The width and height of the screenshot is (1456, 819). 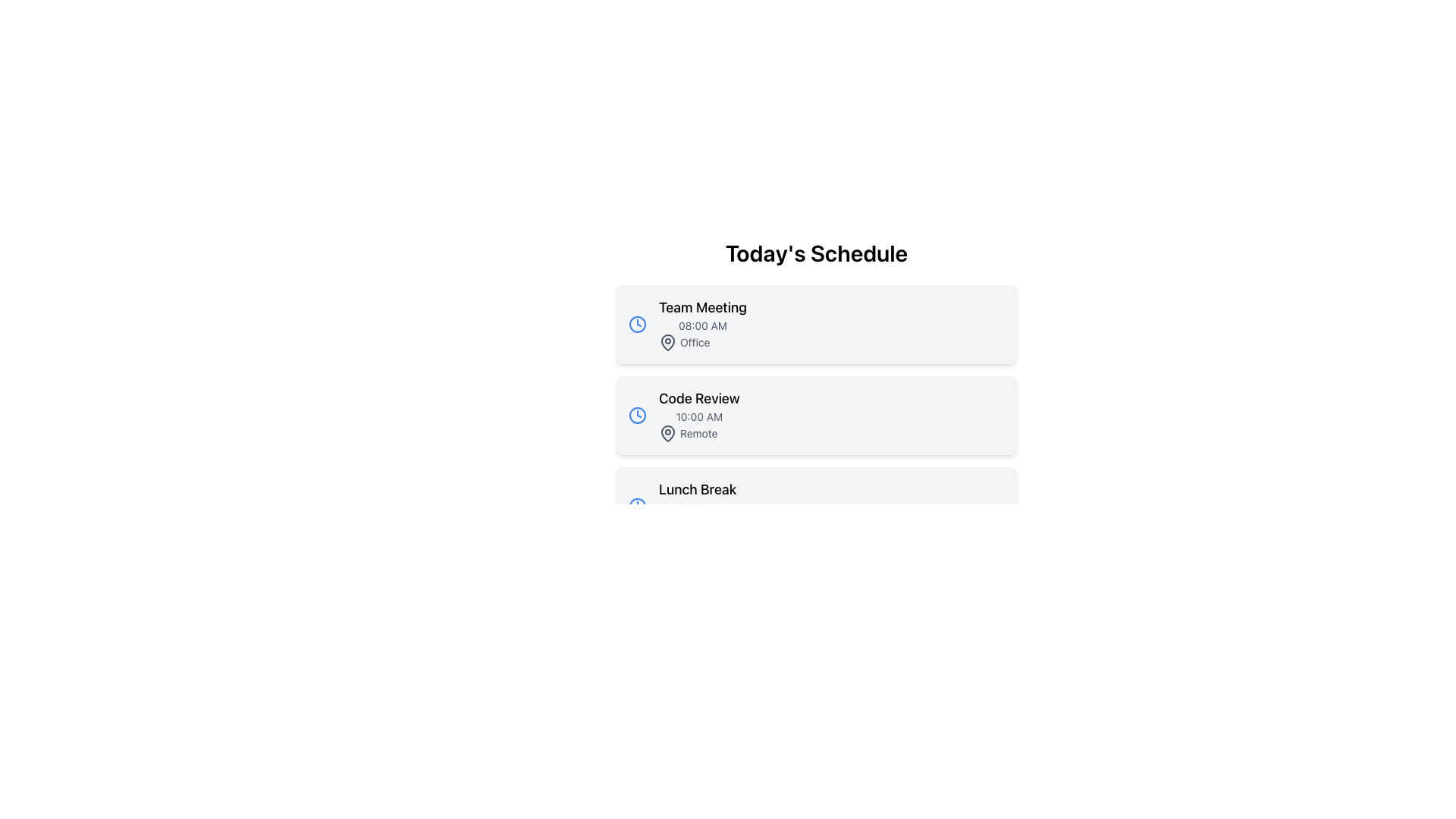 I want to click on the 'Remote' text label, which is styled in a smaller gray font and accompanied by an icon, positioned below the time '10:00 AM' in the details row of the event titled 'Code Review', so click(x=698, y=433).